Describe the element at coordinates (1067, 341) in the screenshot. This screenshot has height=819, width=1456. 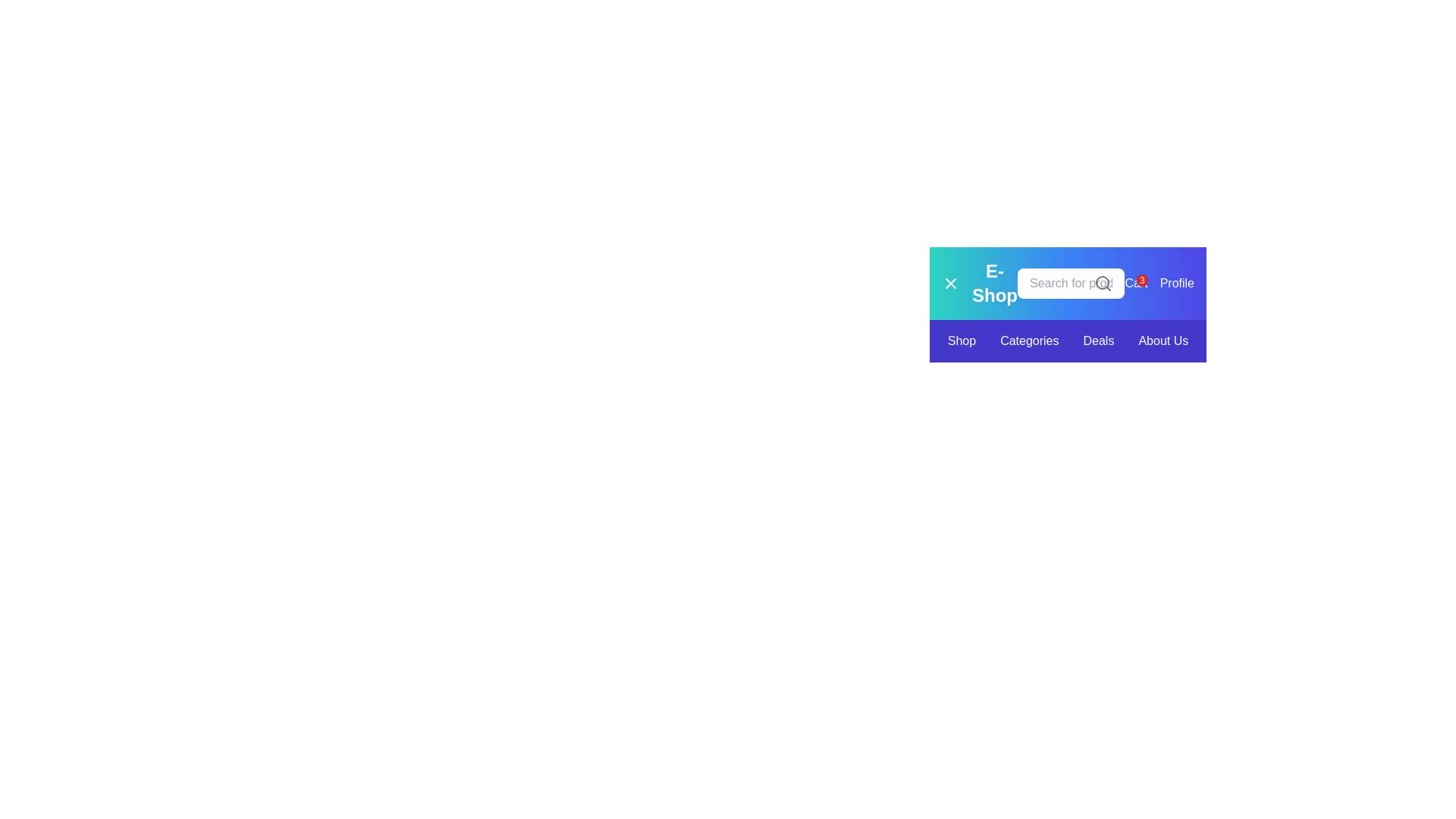
I see `the Navigation menu bar` at that location.